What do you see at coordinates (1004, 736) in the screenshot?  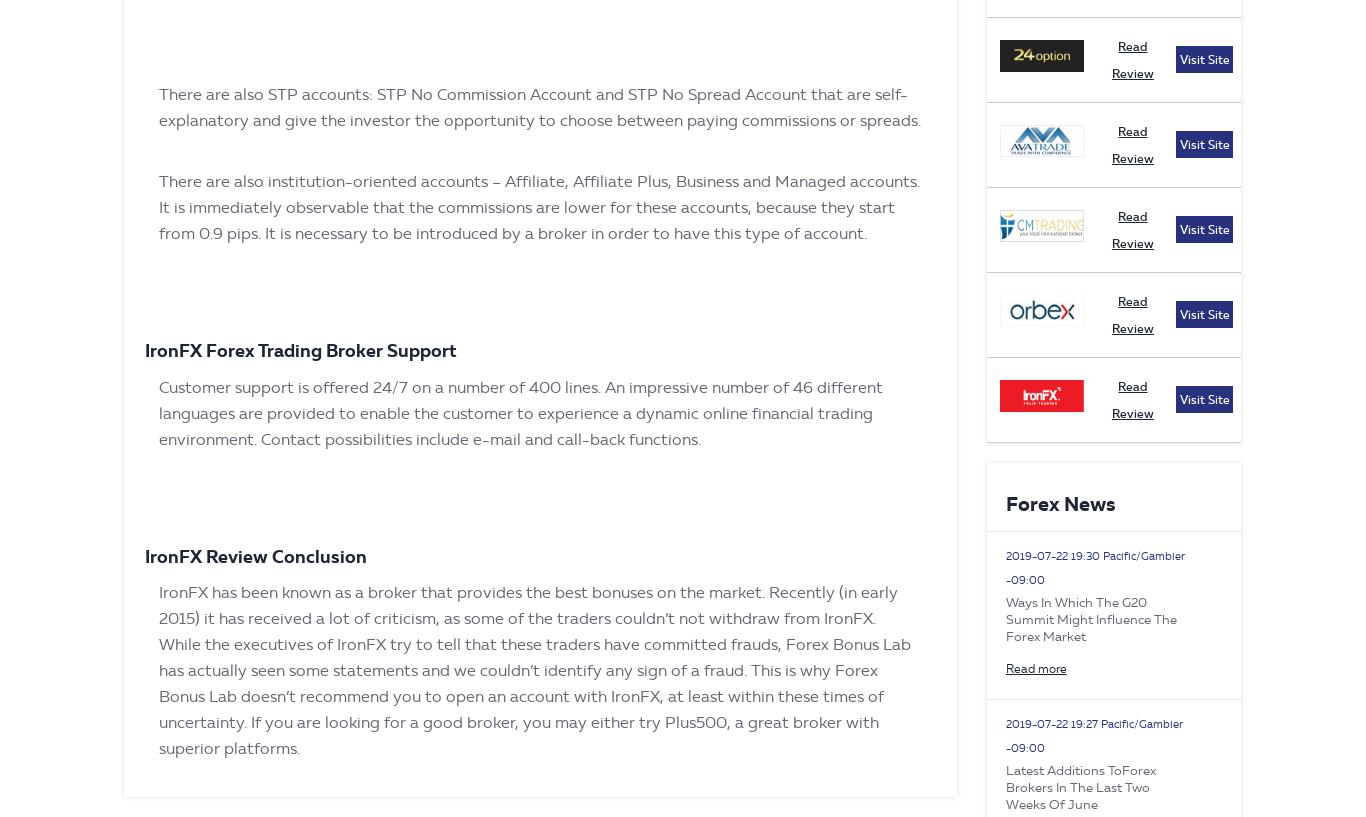 I see `'2019-07-22 19:27 Pacific/Gambier -09:00'` at bounding box center [1004, 736].